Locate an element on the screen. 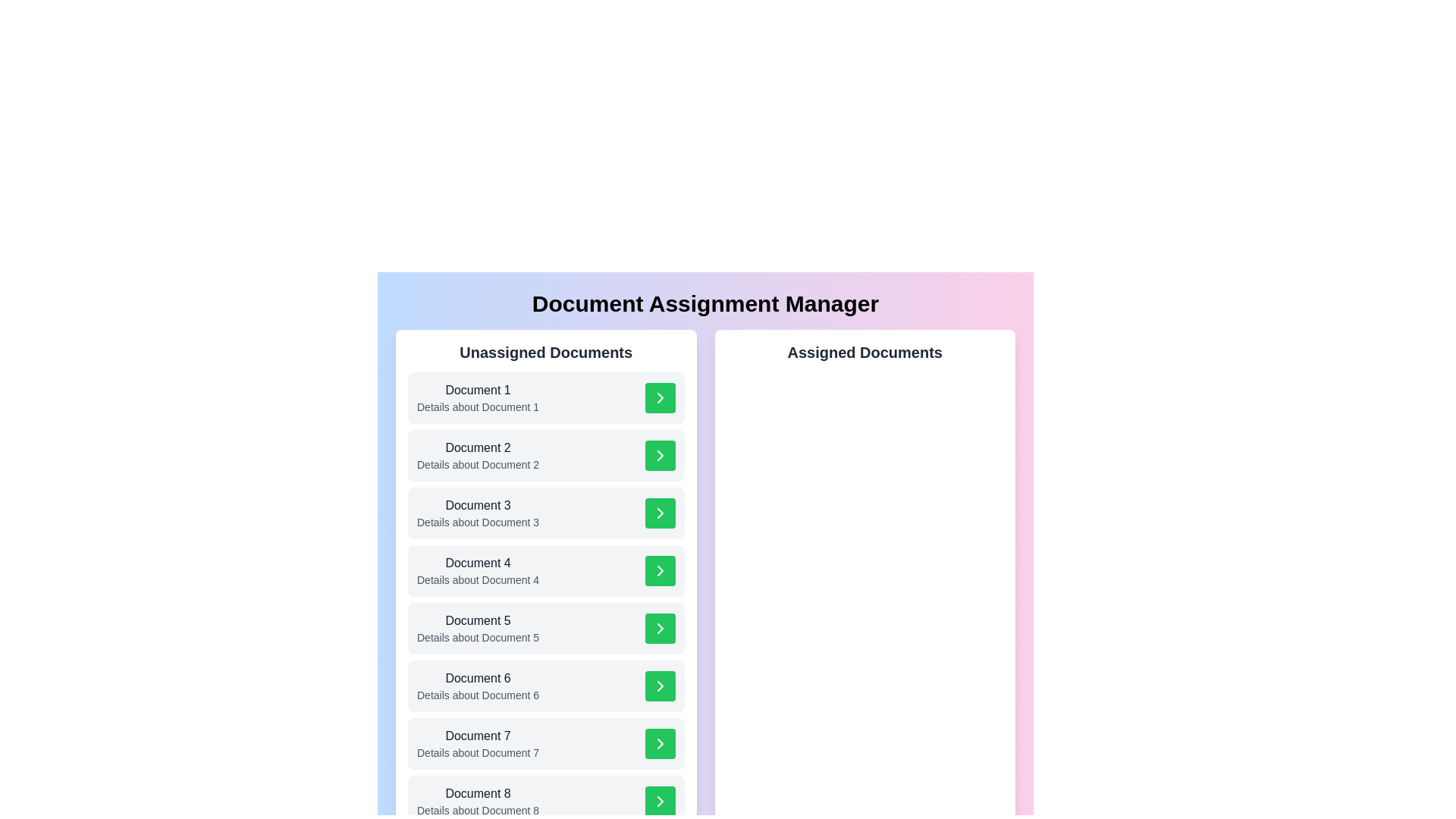 This screenshot has width=1456, height=819. the right-pointing chevron icon styled in white, located on the green button for 'Document 7' in the 'Unassigned Documents' section is located at coordinates (660, 742).